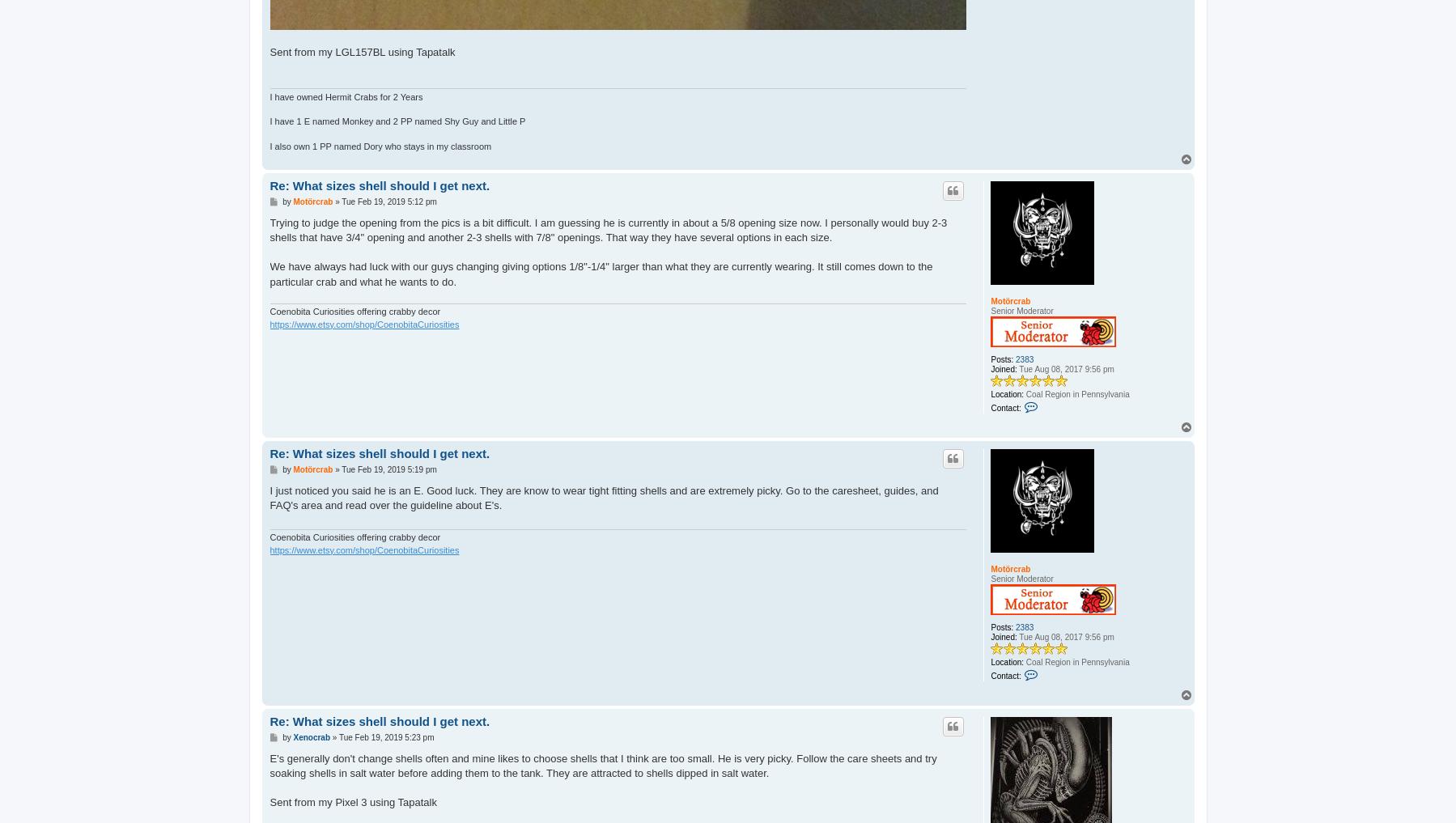  What do you see at coordinates (353, 802) in the screenshot?
I see `'Sent from my Pixel 3 using Tapatalk'` at bounding box center [353, 802].